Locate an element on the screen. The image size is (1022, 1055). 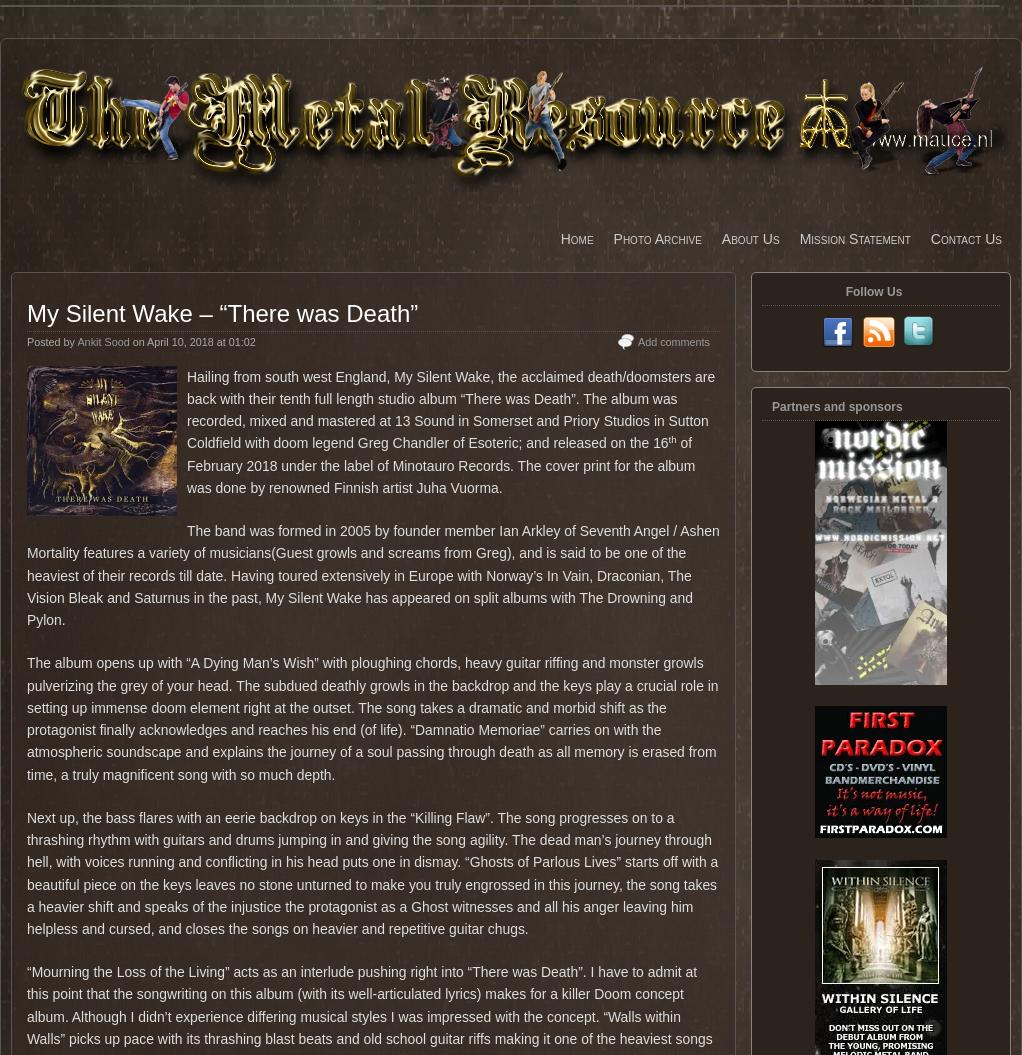
'Posted by' is located at coordinates (52, 341).